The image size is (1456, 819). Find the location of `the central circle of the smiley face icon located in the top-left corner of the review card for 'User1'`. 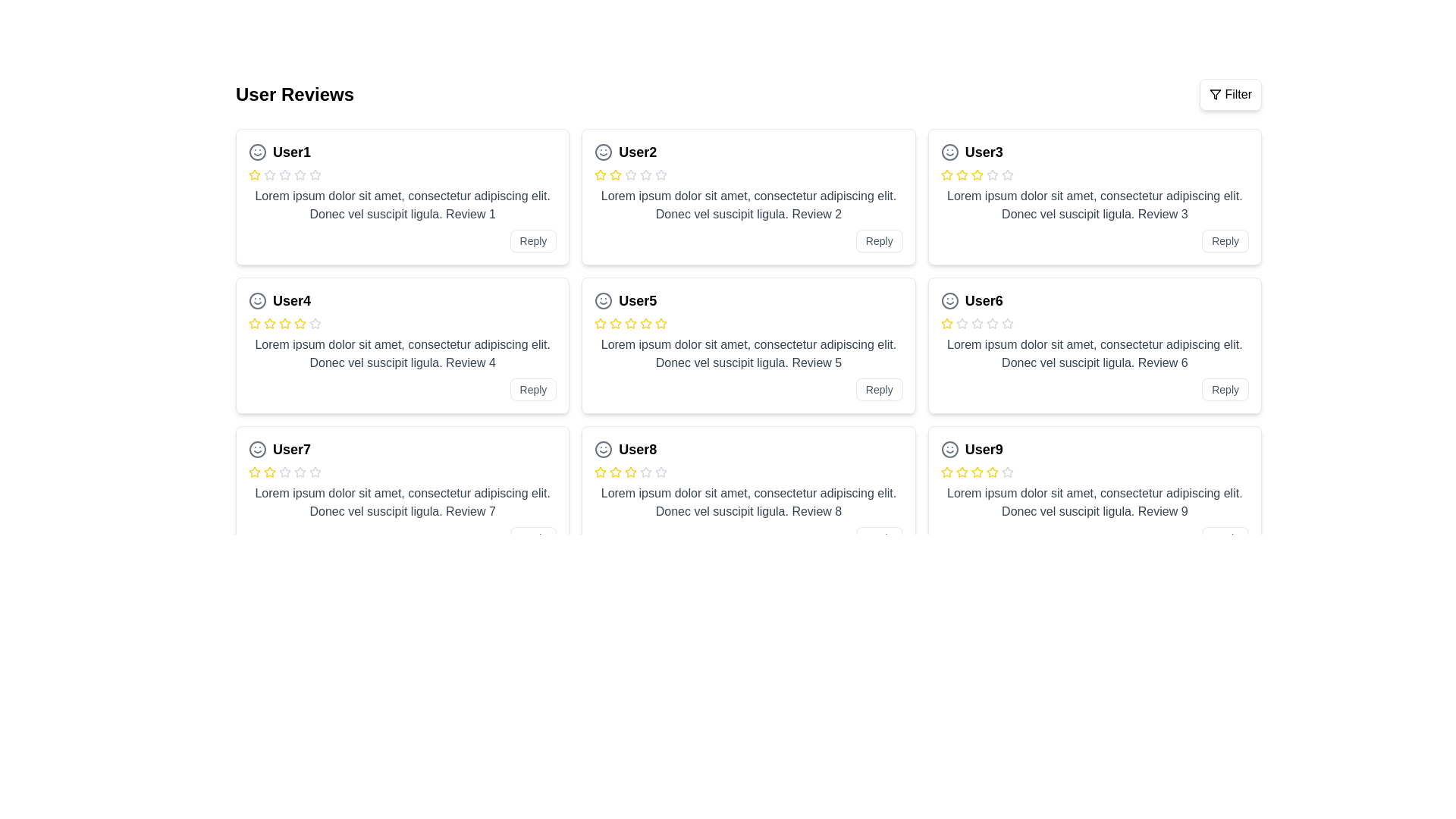

the central circle of the smiley face icon located in the top-left corner of the review card for 'User1' is located at coordinates (258, 152).